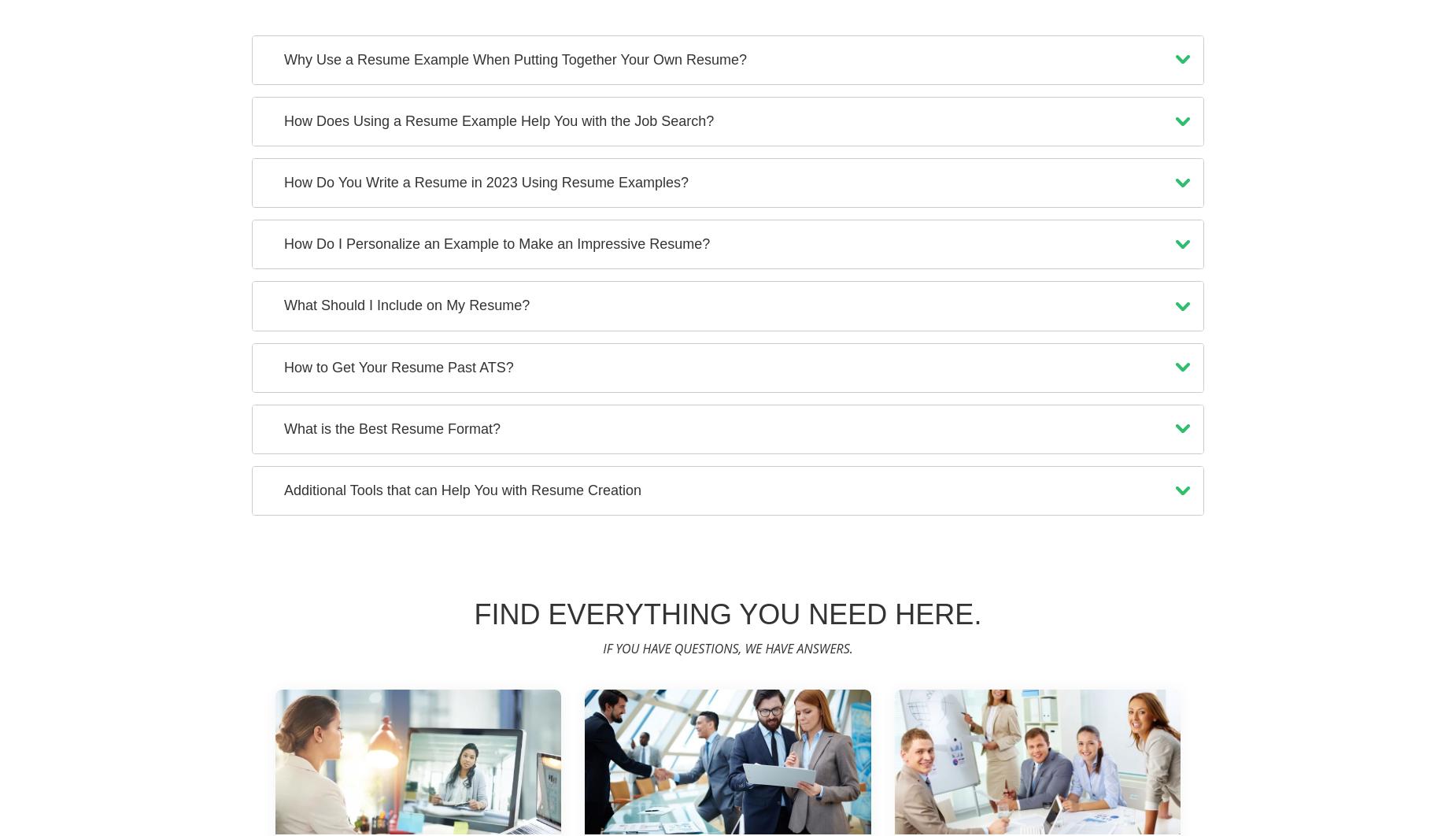 This screenshot has width=1456, height=836. What do you see at coordinates (398, 366) in the screenshot?
I see `'How to Get Your Resume Past ATS?'` at bounding box center [398, 366].